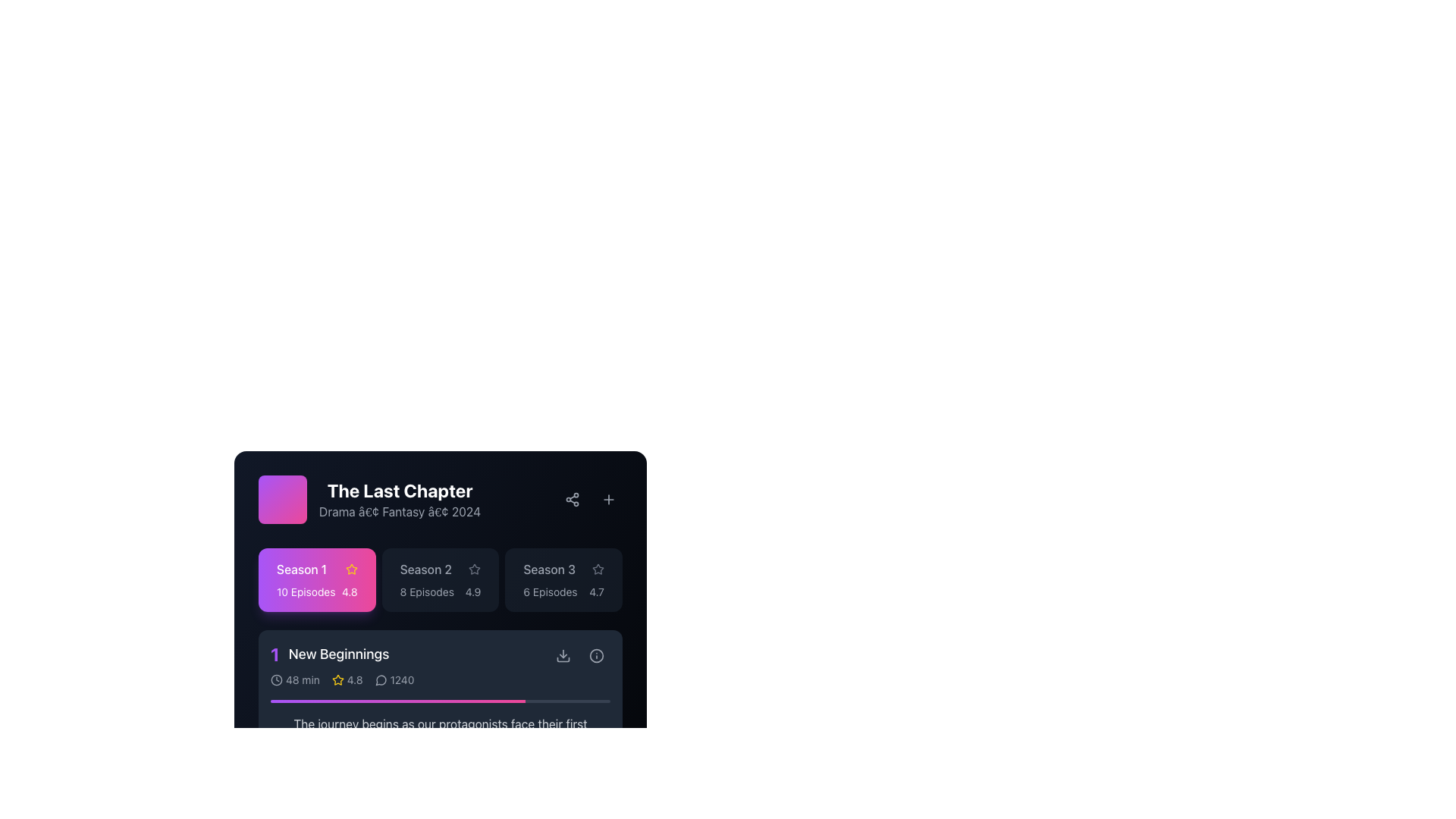  Describe the element at coordinates (439, 591) in the screenshot. I see `the text display element that shows '8 Episodes 4.9', which is located below the 'Season 2' title and is the last piece of information in this section` at that location.